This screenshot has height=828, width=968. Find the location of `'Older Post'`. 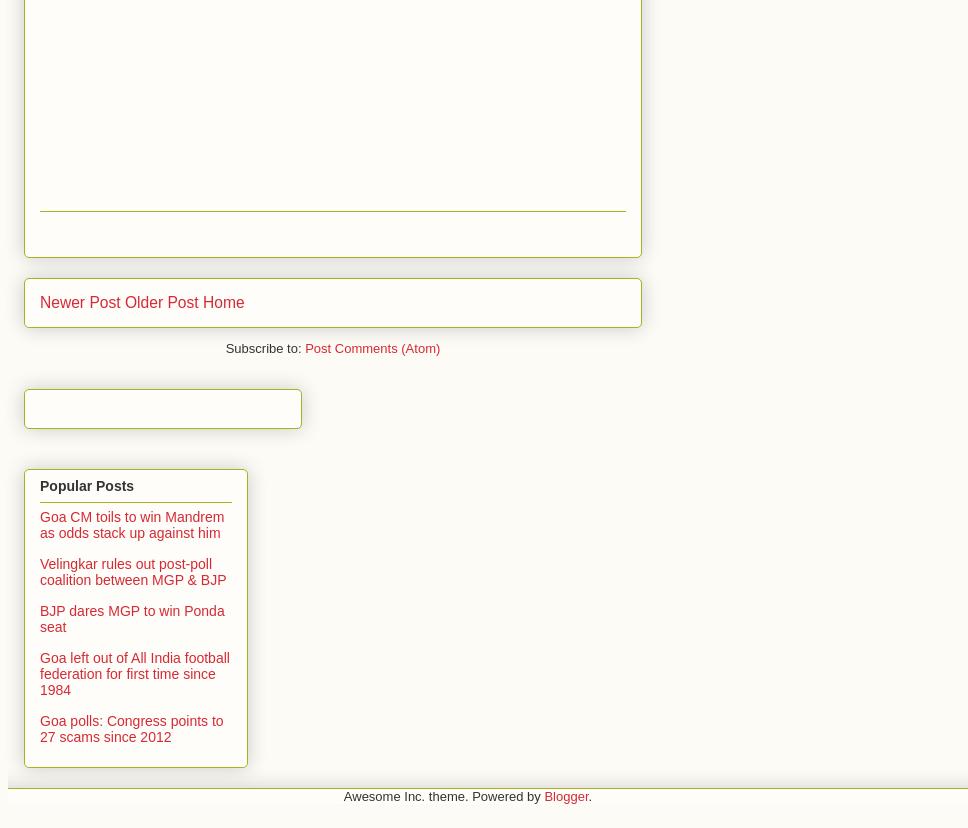

'Older Post' is located at coordinates (159, 301).